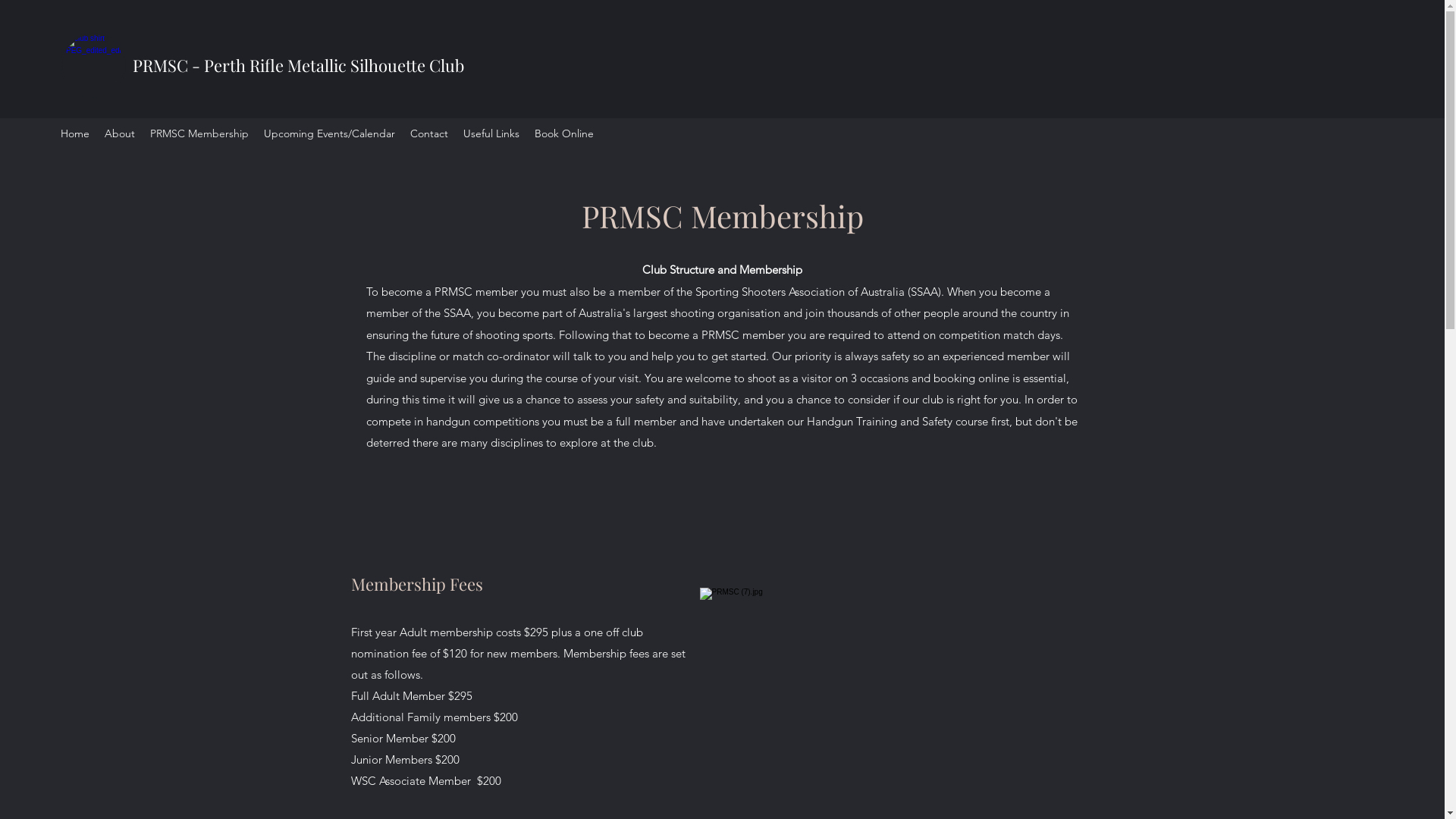 Image resolution: width=1456 pixels, height=819 pixels. I want to click on 'Upcoming Events/Calendar', so click(328, 133).